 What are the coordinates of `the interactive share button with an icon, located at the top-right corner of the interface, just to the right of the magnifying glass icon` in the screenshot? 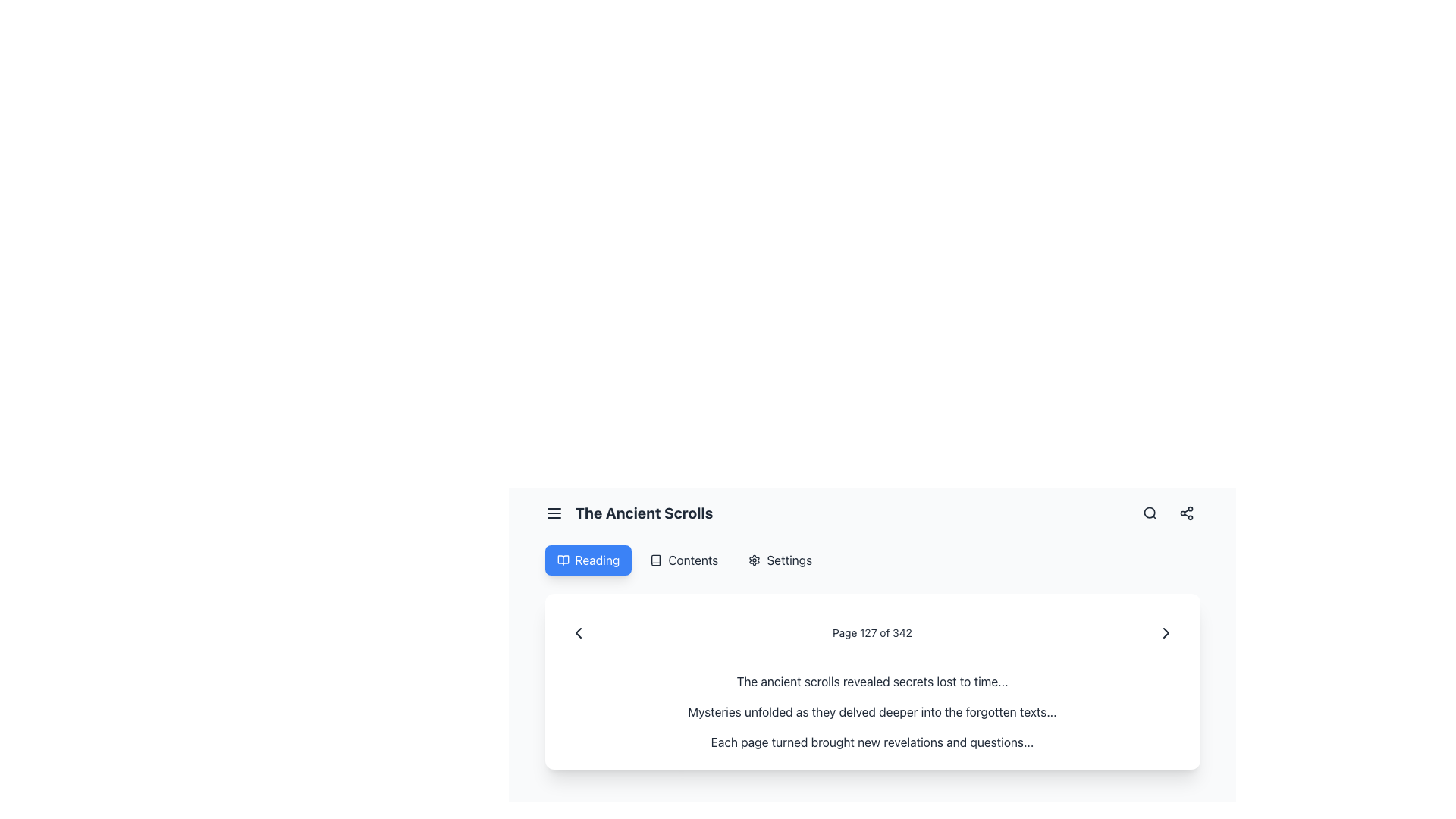 It's located at (1185, 513).